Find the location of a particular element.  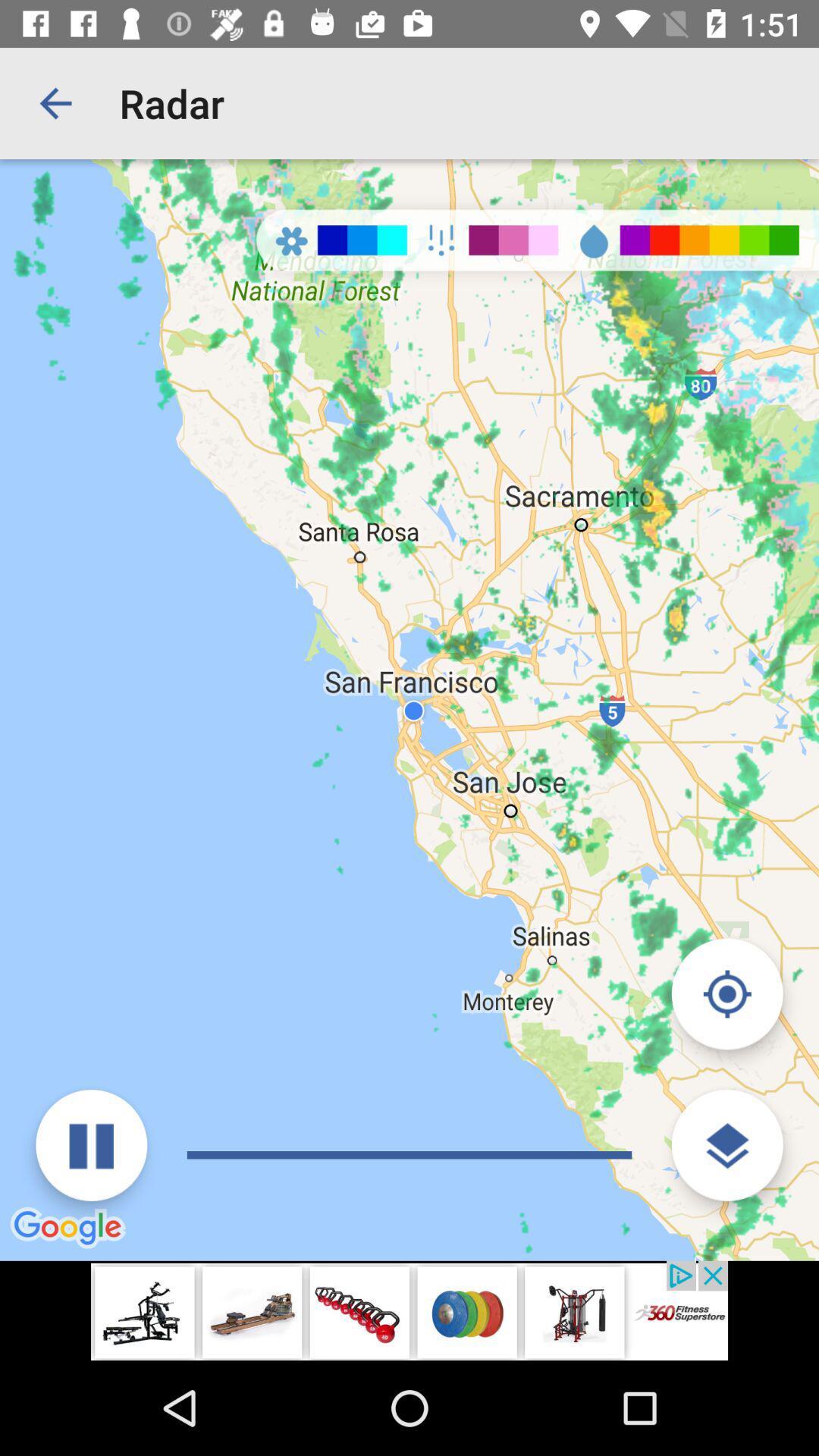

the layers icon is located at coordinates (726, 1145).